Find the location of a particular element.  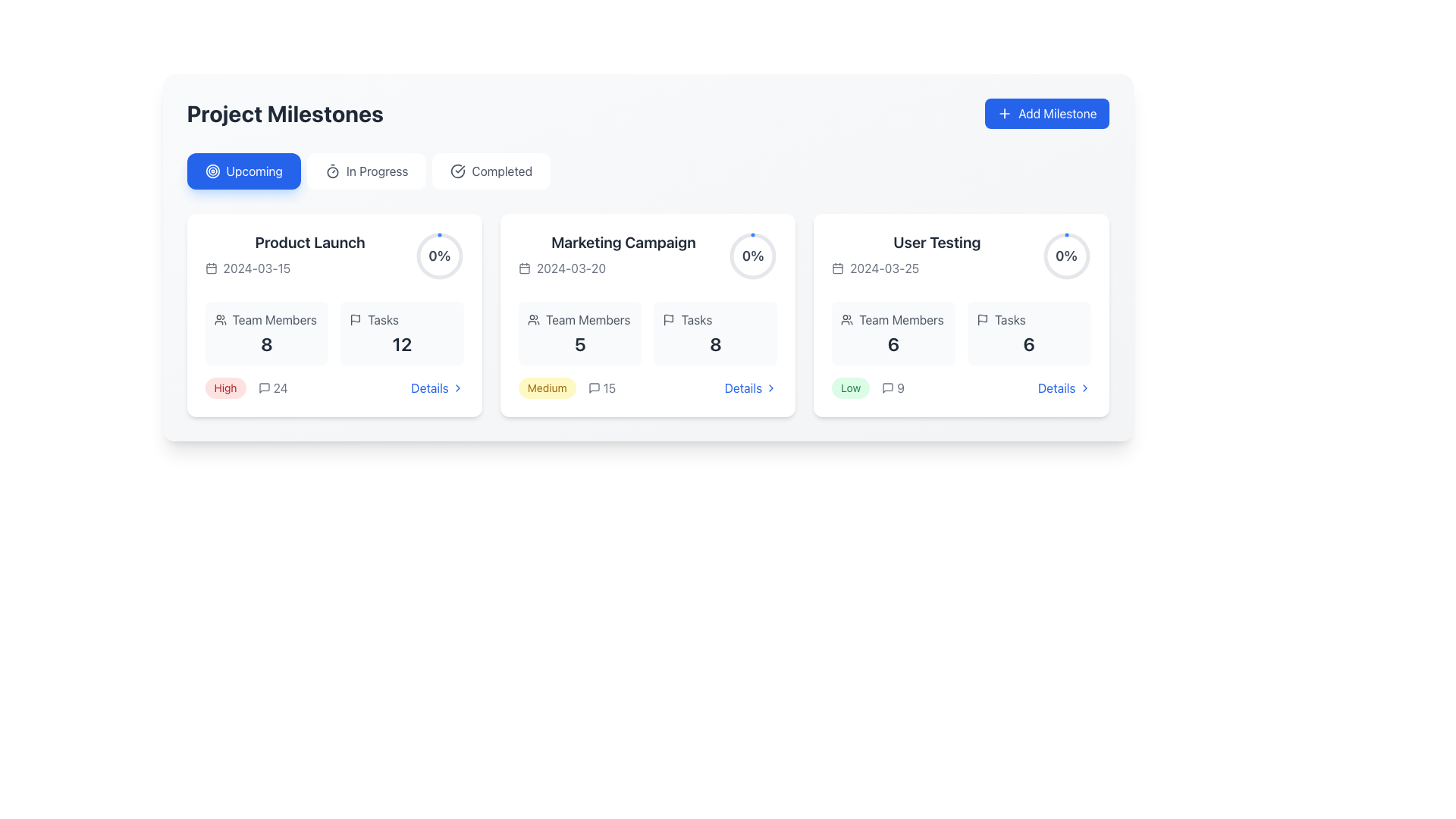

the comments icon located within the 'Marketing Campaign' milestone card, which is adjacent to the numerical indicator showing '15' to interact with it is located at coordinates (593, 388).